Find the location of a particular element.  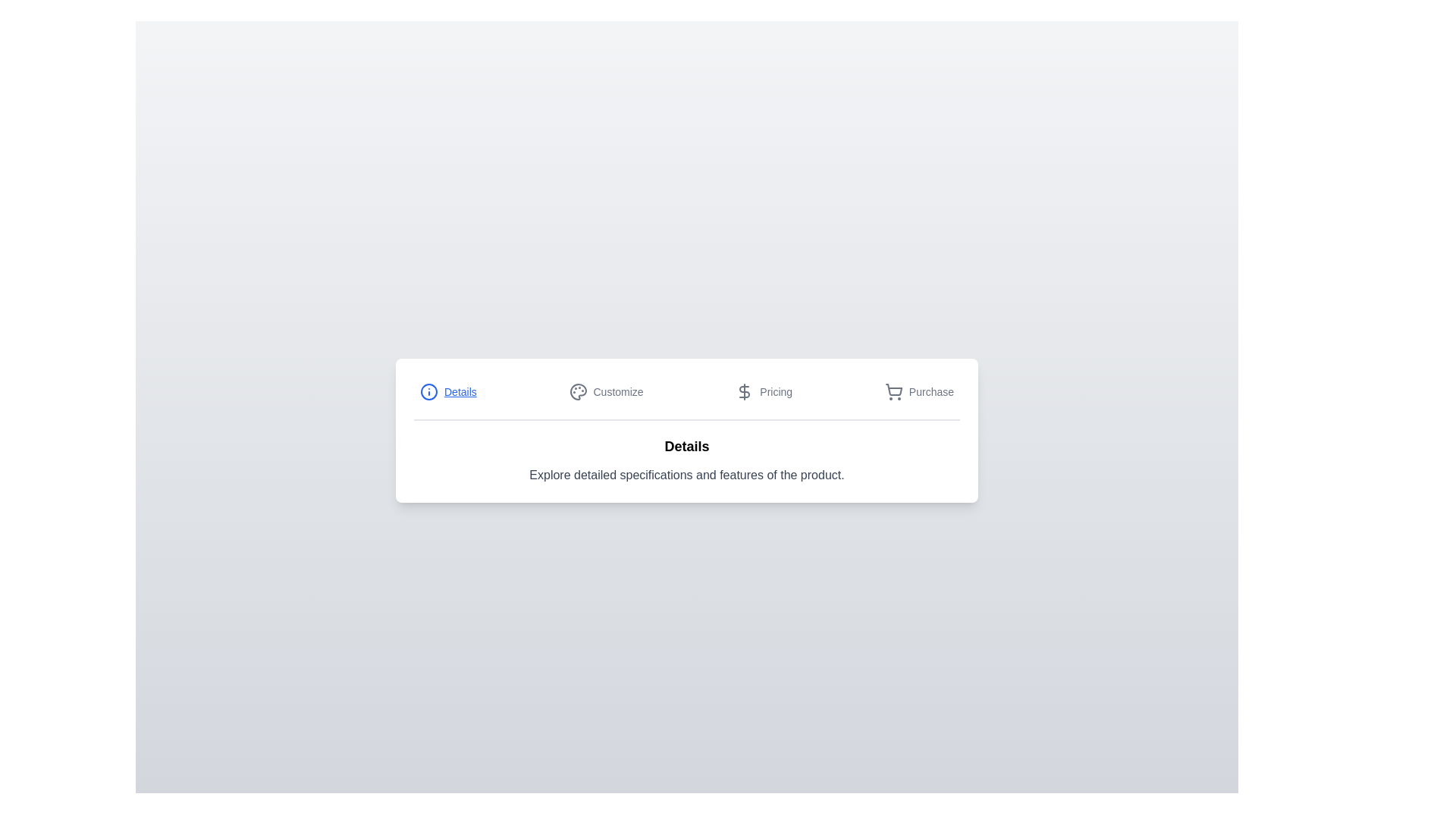

the icon next to the tab title Details to perform the action associated with it is located at coordinates (428, 391).